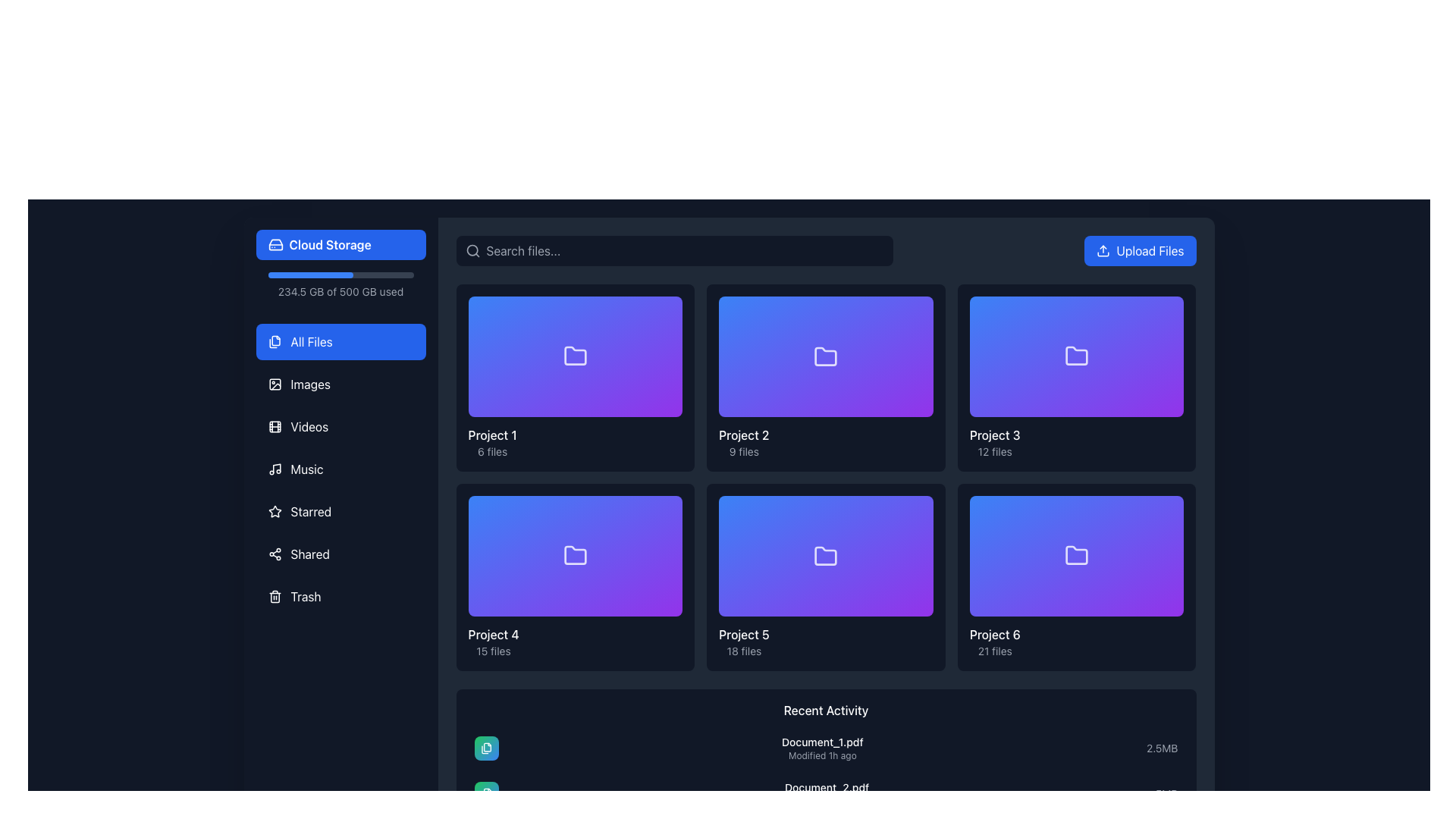 The image size is (1456, 819). I want to click on the text label indicating the number of files in the 'Project 5' folder, located underneath the title text of the 'Project 5' card, so click(744, 651).